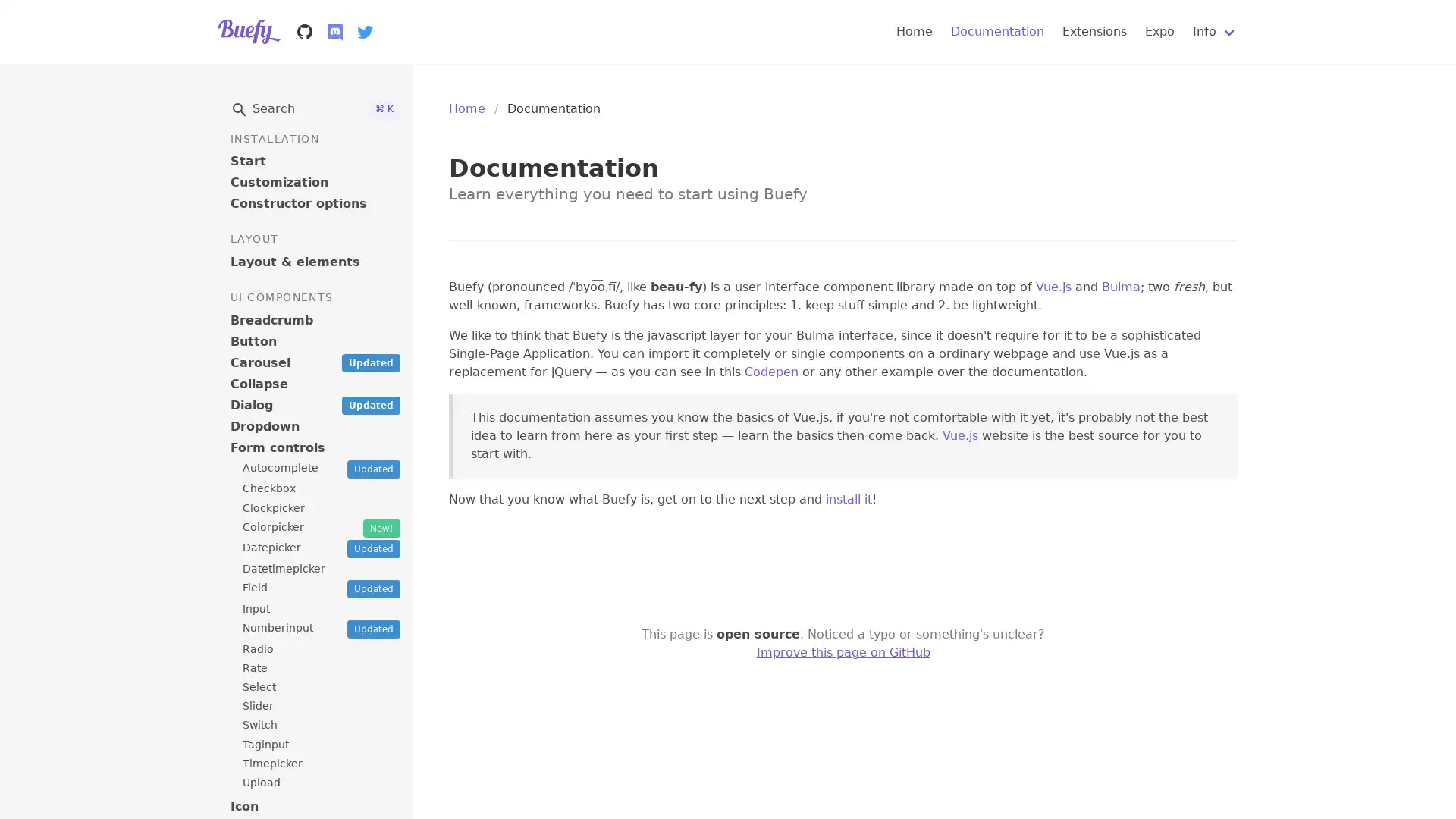 Image resolution: width=1456 pixels, height=819 pixels. Describe the element at coordinates (315, 108) in the screenshot. I see `Search` at that location.